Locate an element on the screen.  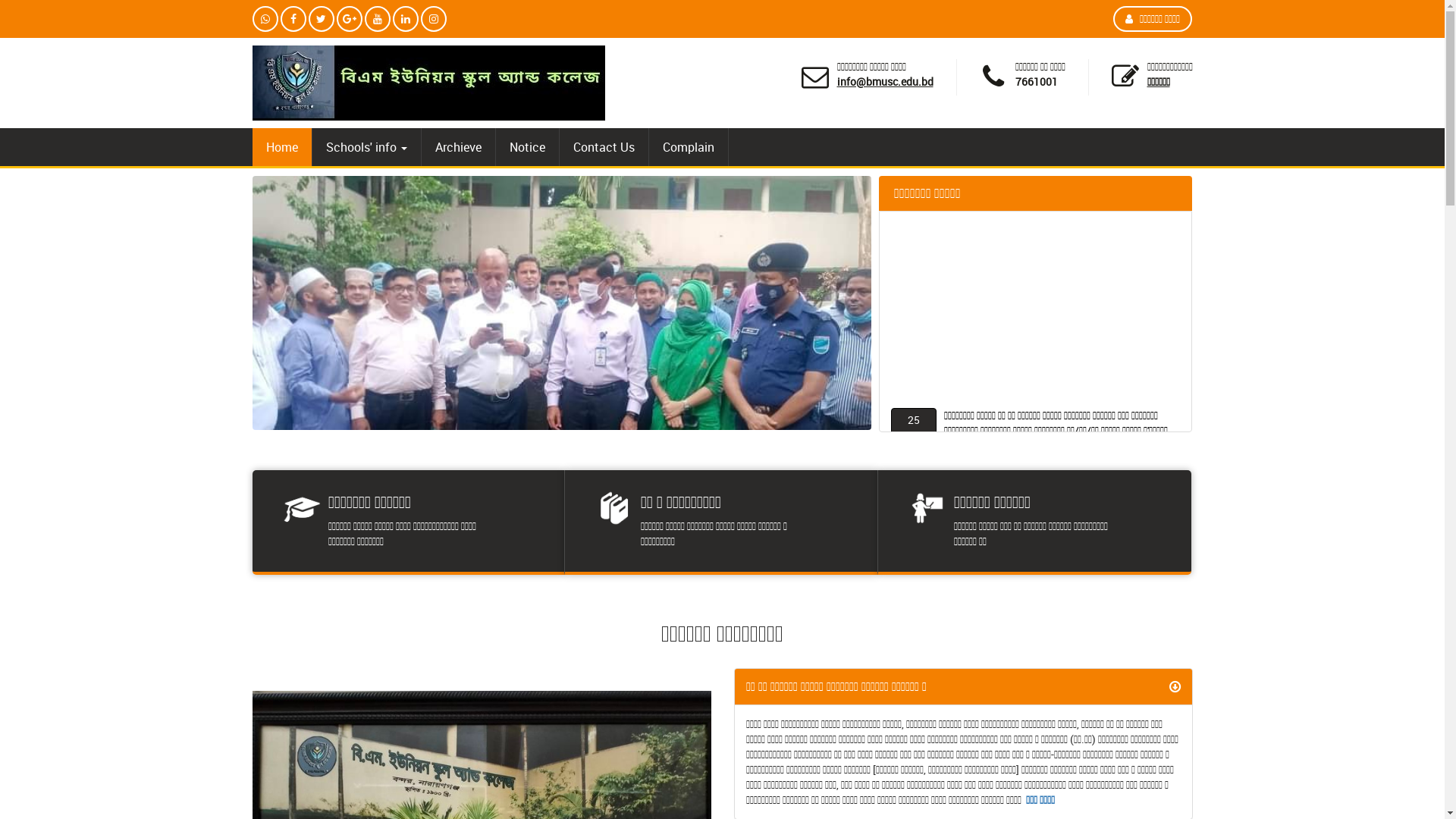
'Contact Us' is located at coordinates (603, 146).